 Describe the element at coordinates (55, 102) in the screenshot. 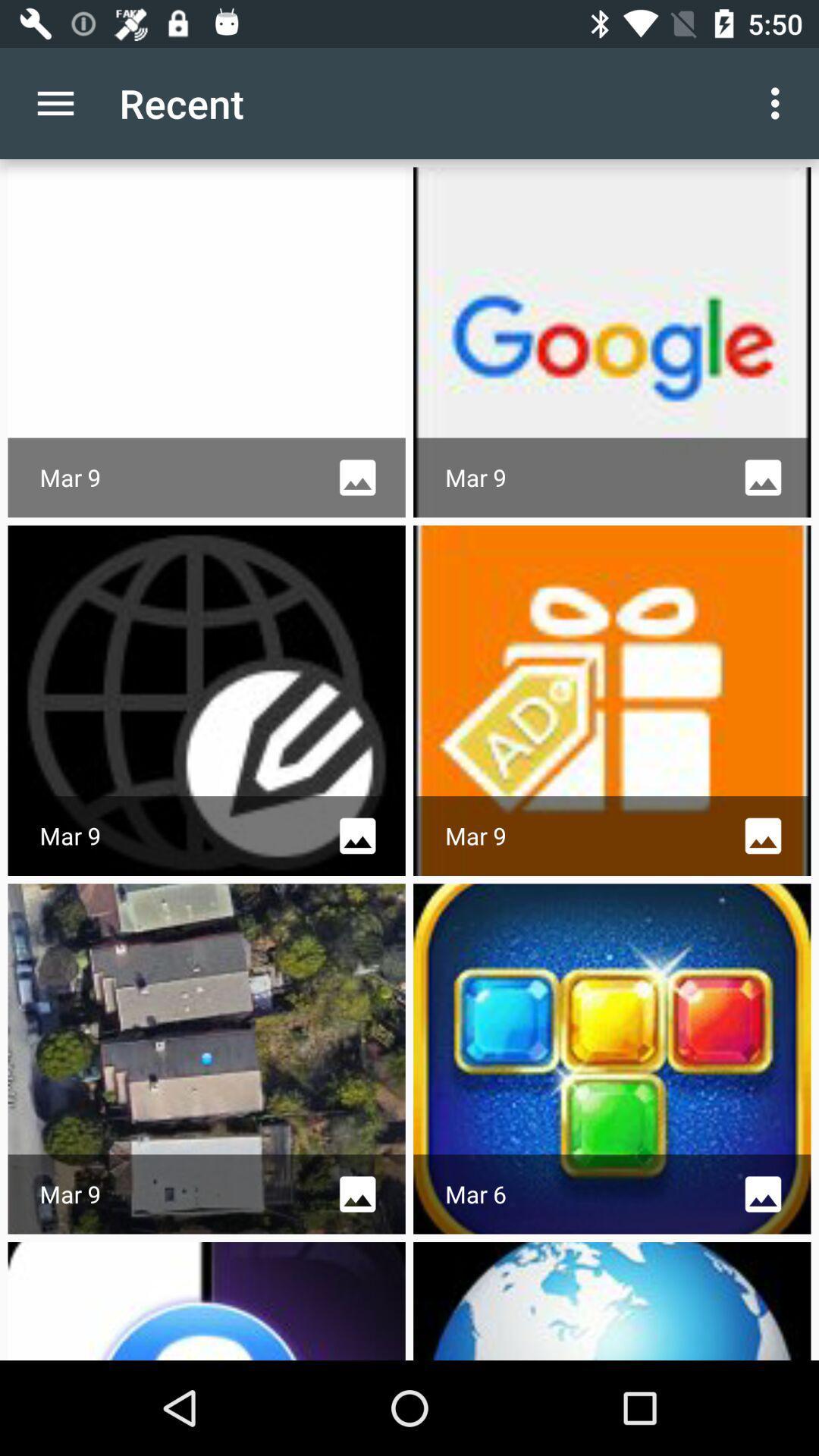

I see `the app to the left of the recent` at that location.